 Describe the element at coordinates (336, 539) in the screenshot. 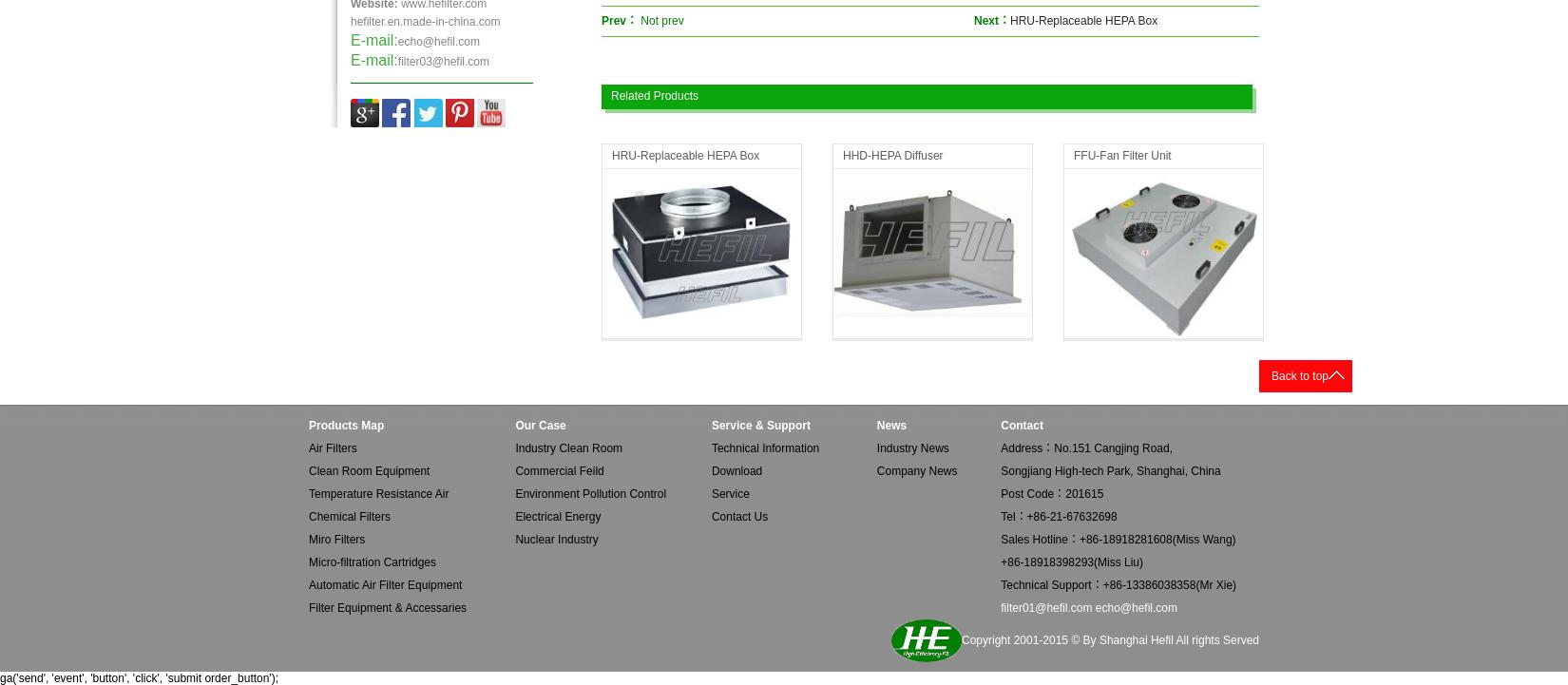

I see `'Miro Filters'` at that location.